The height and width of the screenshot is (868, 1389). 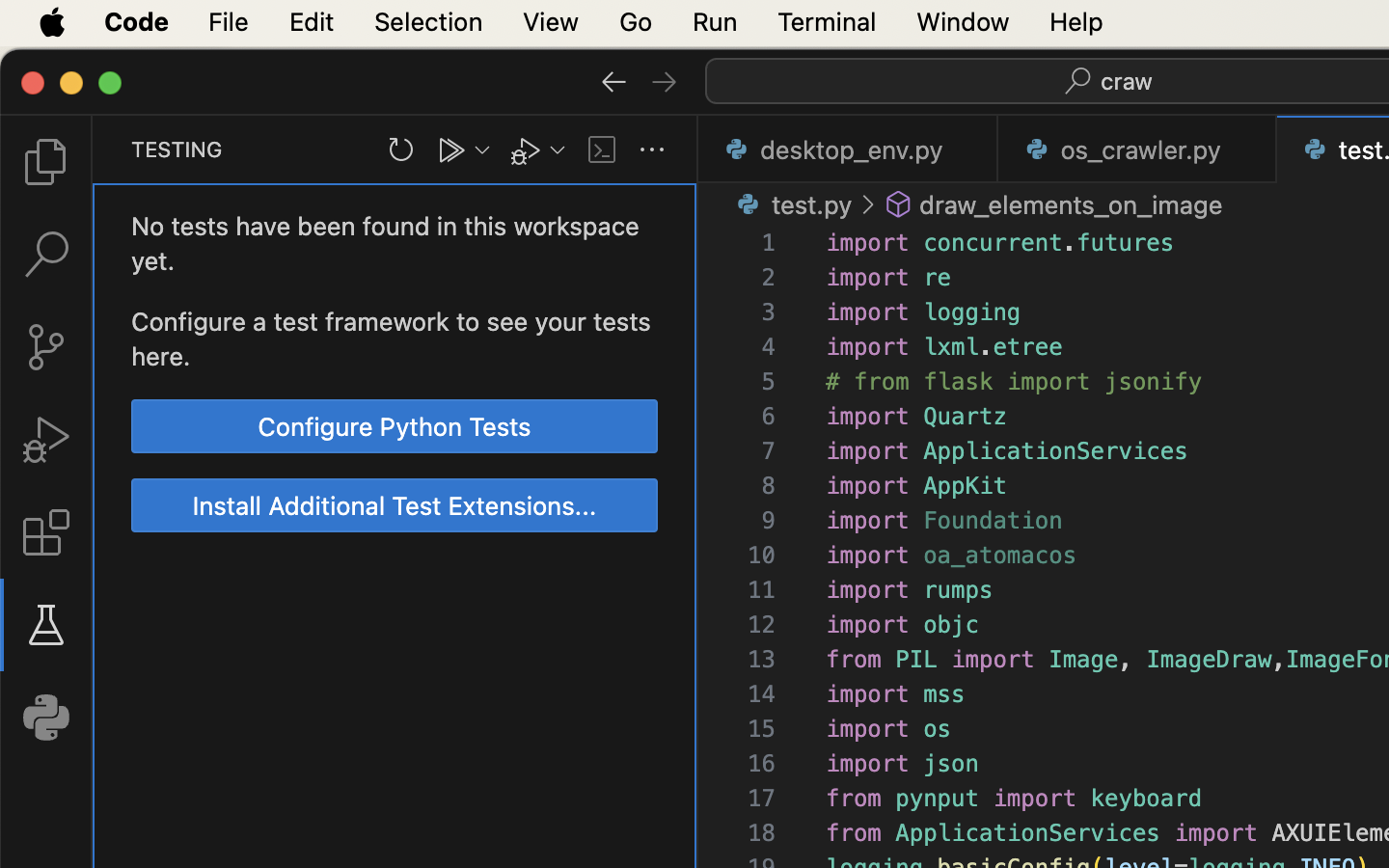 What do you see at coordinates (1070, 204) in the screenshot?
I see `'draw_elements_on_image'` at bounding box center [1070, 204].